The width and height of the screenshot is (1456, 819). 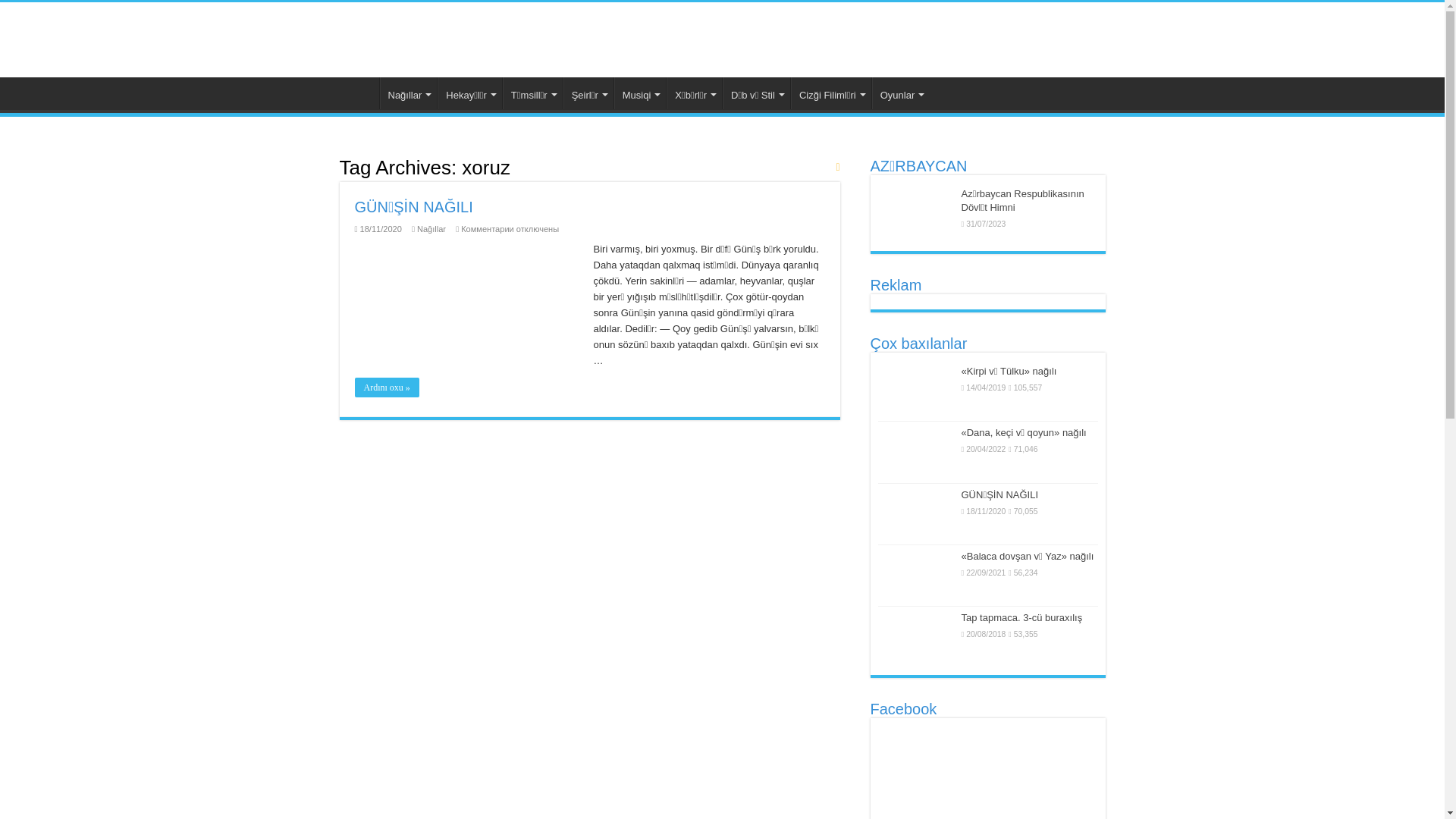 What do you see at coordinates (836, 166) in the screenshot?
I see `'Feed Subscription'` at bounding box center [836, 166].